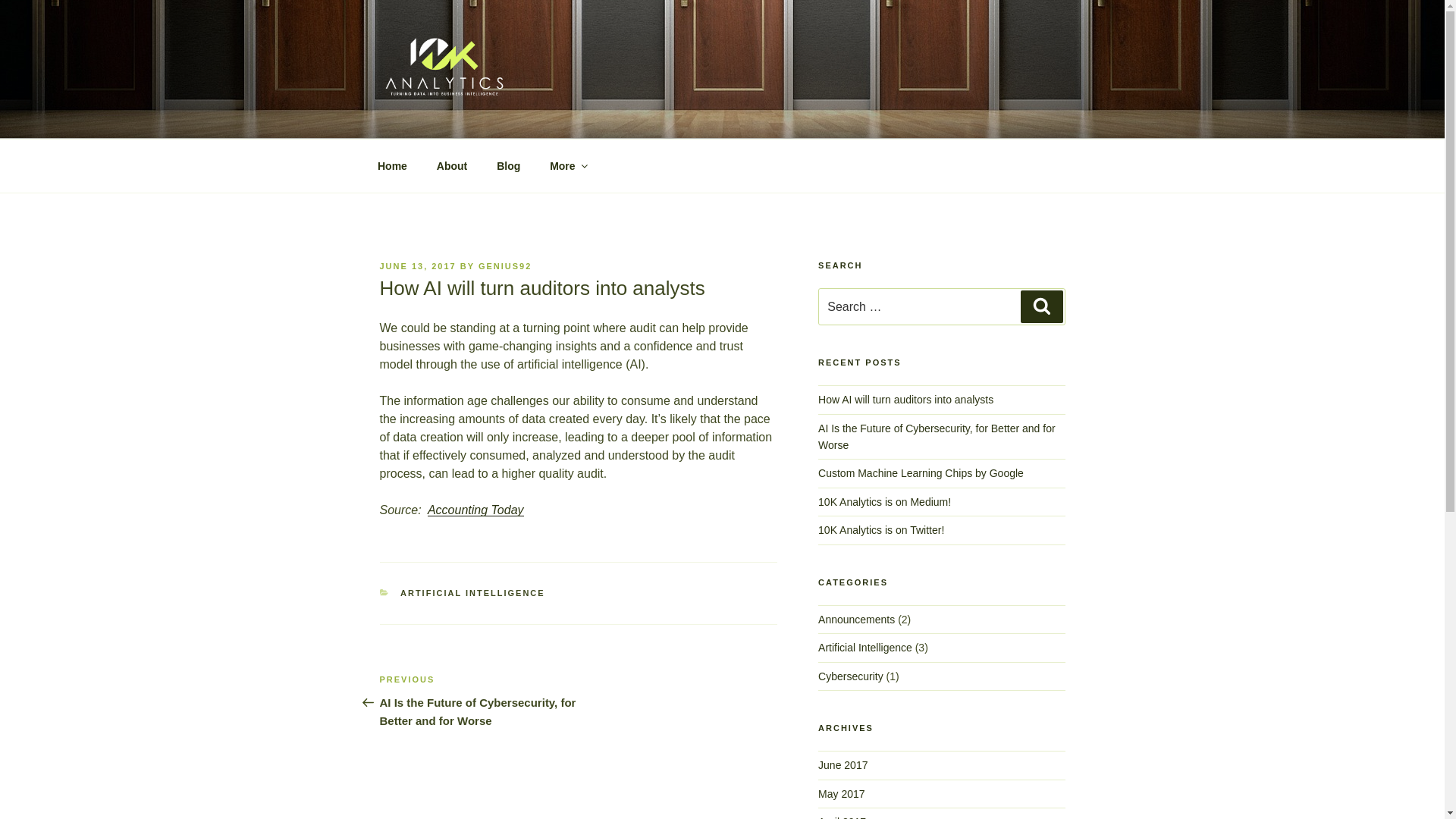  I want to click on 'GENIUS92', so click(505, 265).